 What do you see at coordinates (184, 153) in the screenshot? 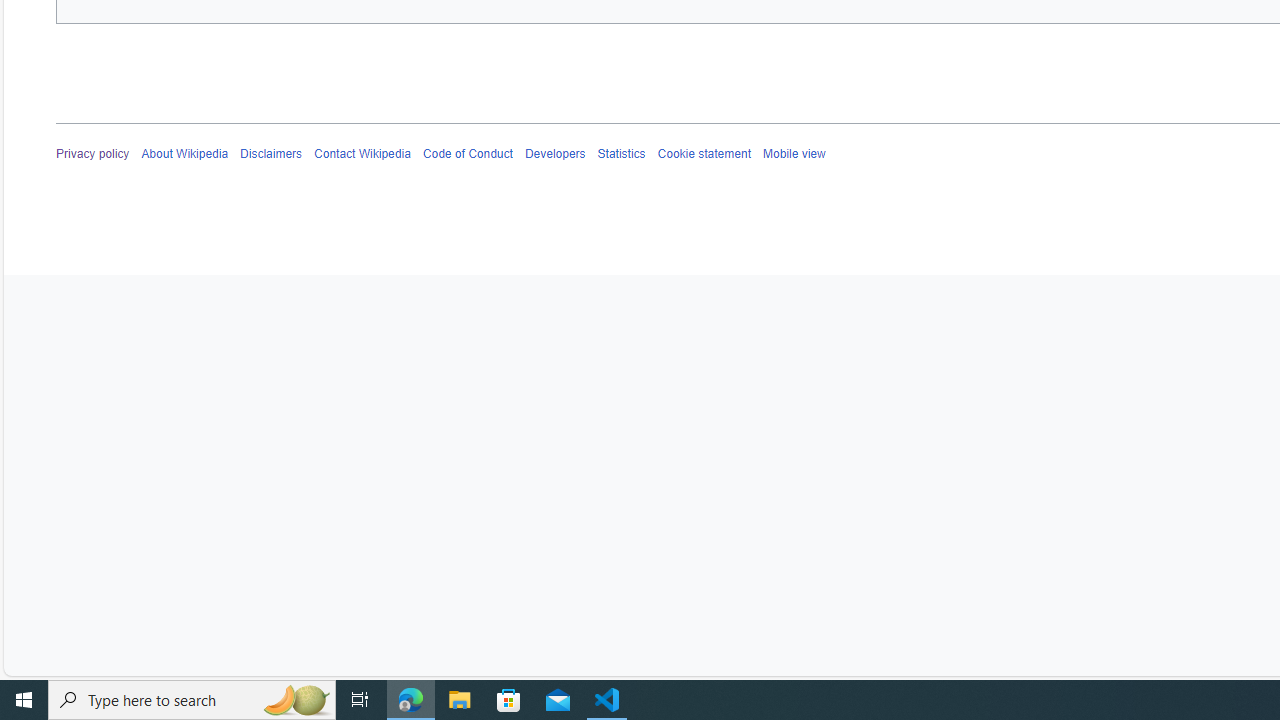
I see `'About Wikipedia'` at bounding box center [184, 153].